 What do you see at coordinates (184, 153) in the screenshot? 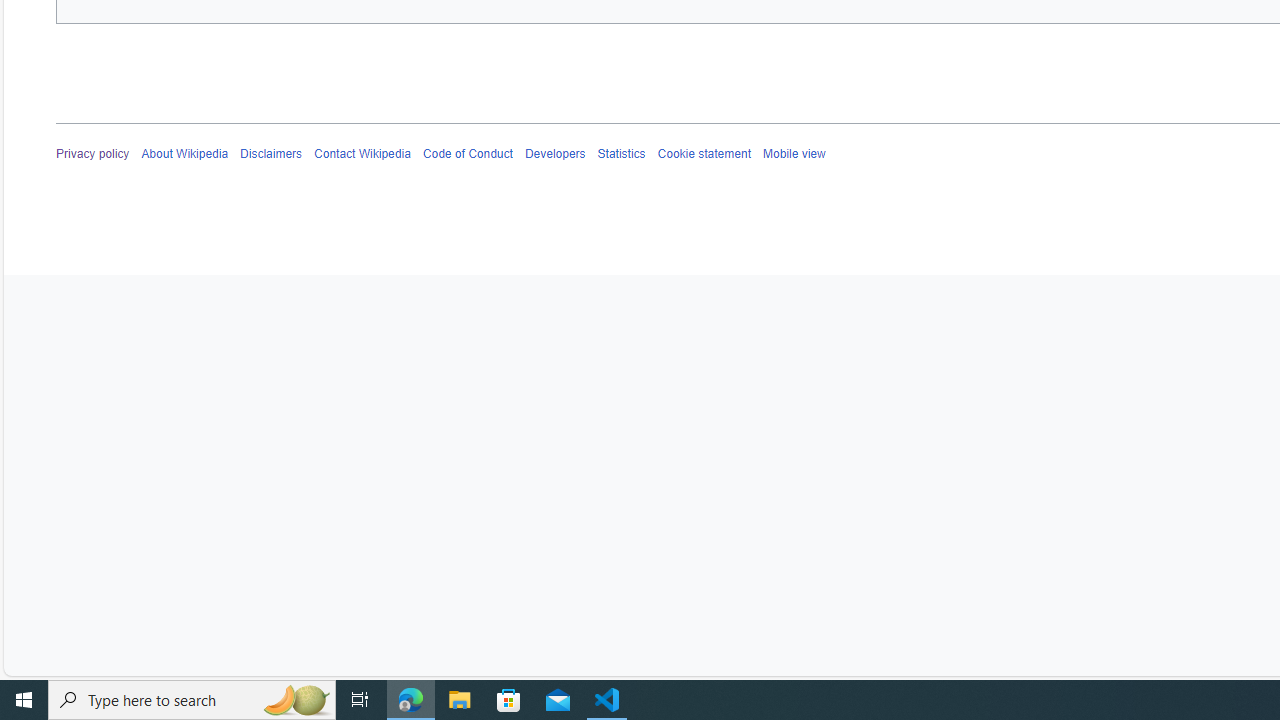
I see `'About Wikipedia'` at bounding box center [184, 153].